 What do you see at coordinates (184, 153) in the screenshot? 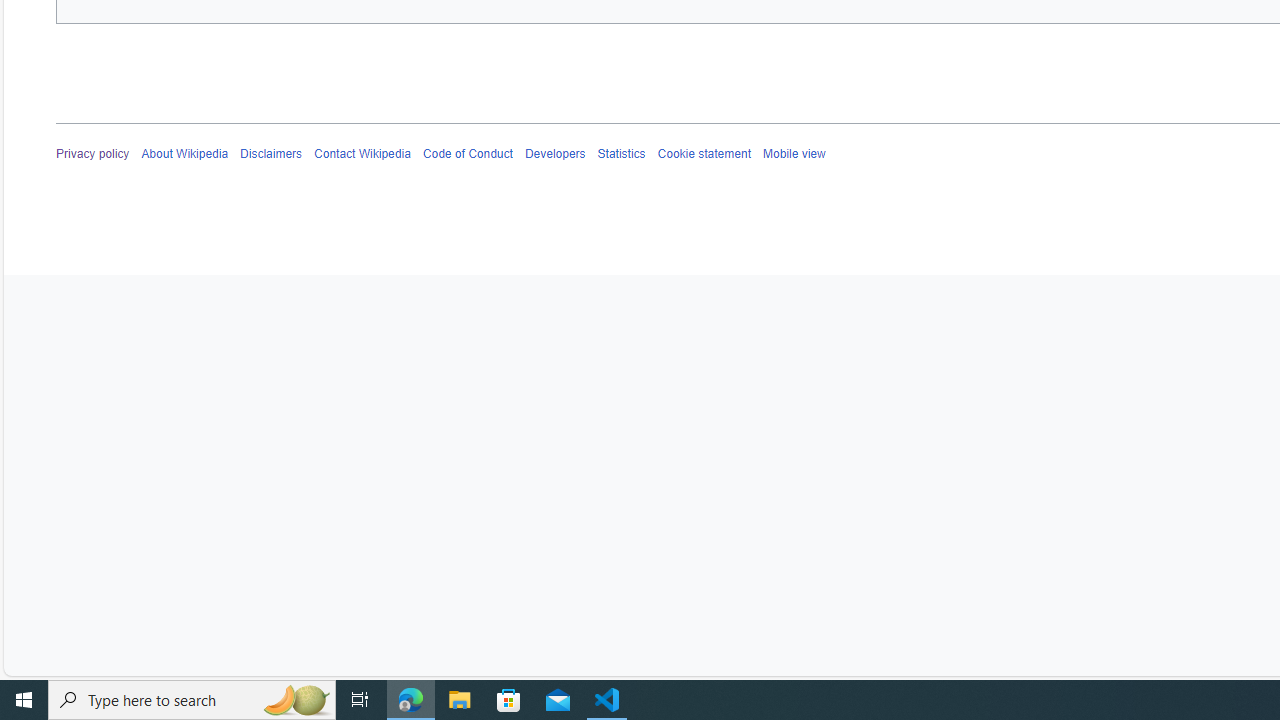
I see `'About Wikipedia'` at bounding box center [184, 153].